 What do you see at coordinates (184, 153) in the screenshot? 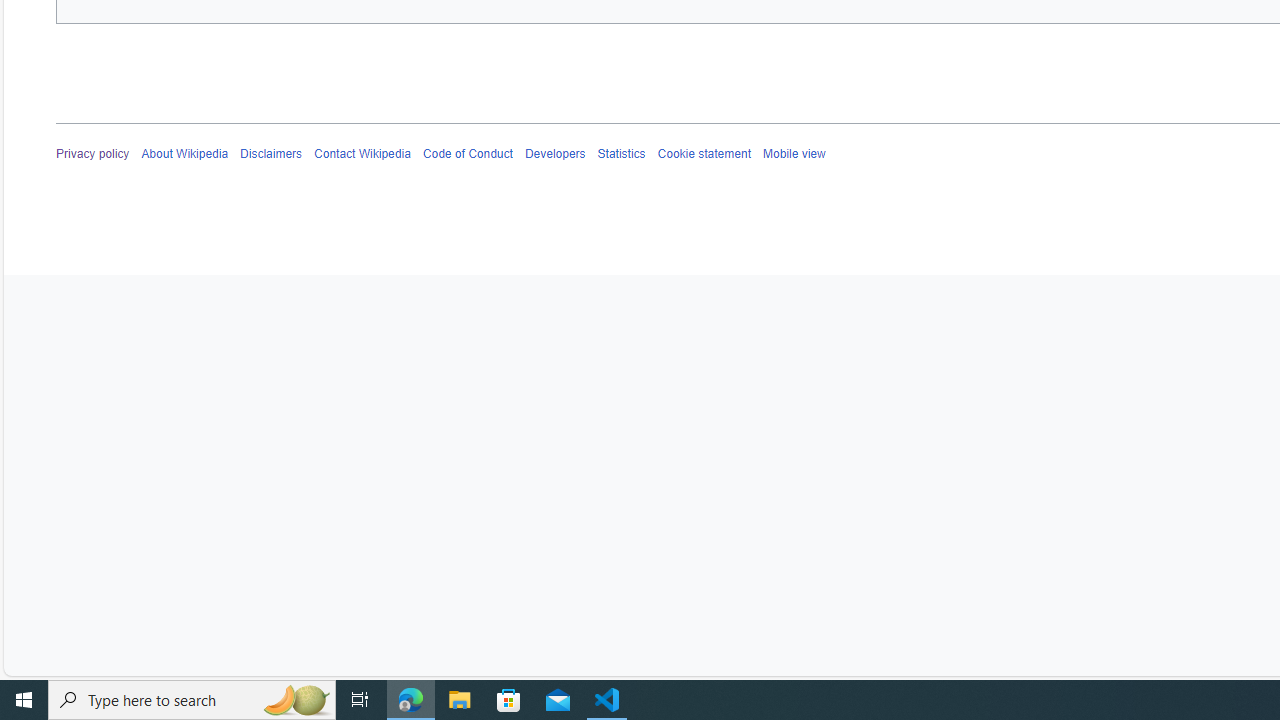
I see `'About Wikipedia'` at bounding box center [184, 153].